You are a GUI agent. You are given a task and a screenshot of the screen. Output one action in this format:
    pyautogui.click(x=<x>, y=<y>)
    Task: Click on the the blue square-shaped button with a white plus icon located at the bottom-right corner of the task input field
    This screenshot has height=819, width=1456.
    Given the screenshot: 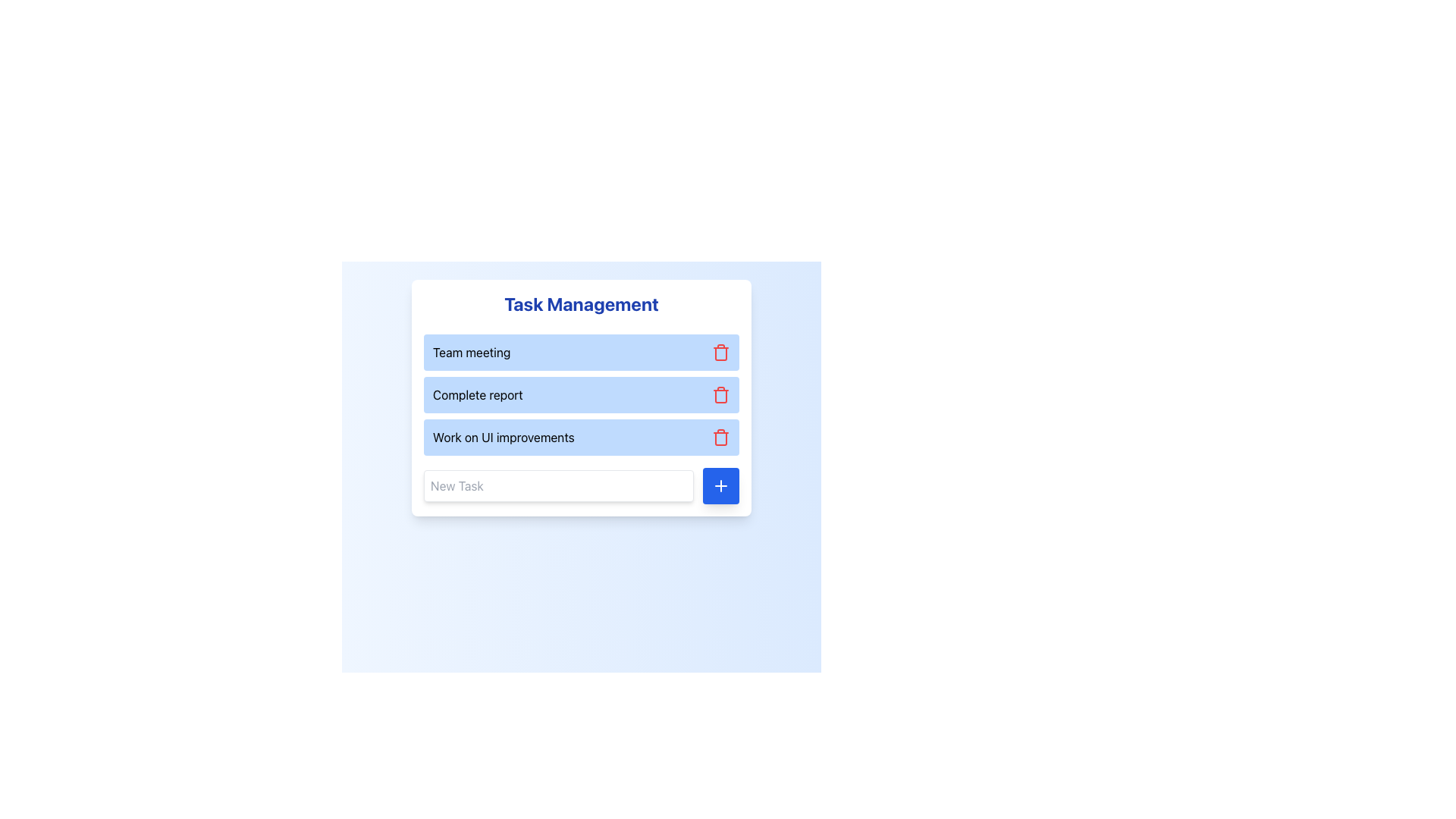 What is the action you would take?
    pyautogui.click(x=720, y=485)
    